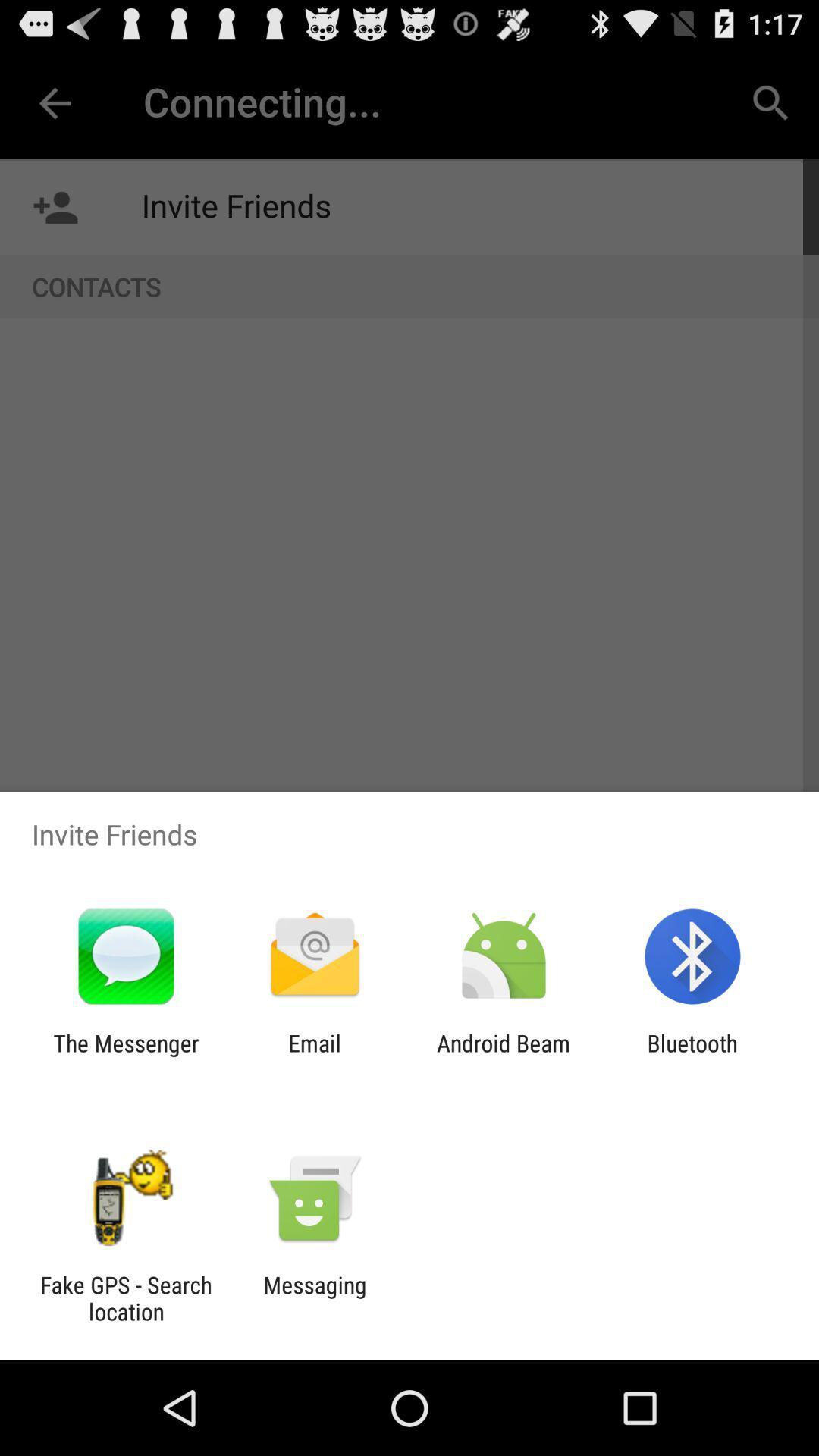 The height and width of the screenshot is (1456, 819). Describe the element at coordinates (504, 1056) in the screenshot. I see `item to the left of the bluetooth item` at that location.